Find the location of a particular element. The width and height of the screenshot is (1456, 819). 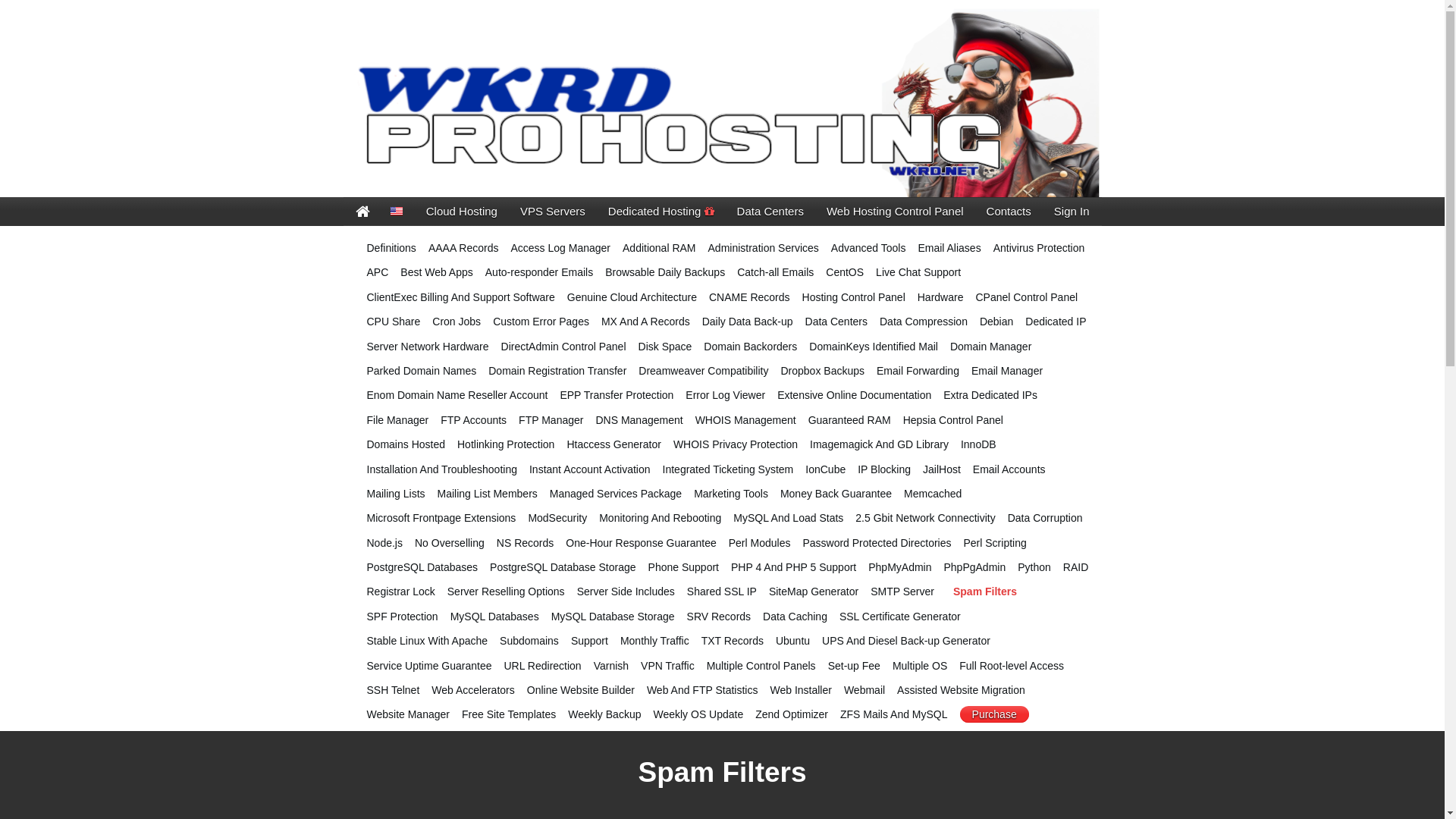

'One-Hour Response Guarantee' is located at coordinates (640, 542).